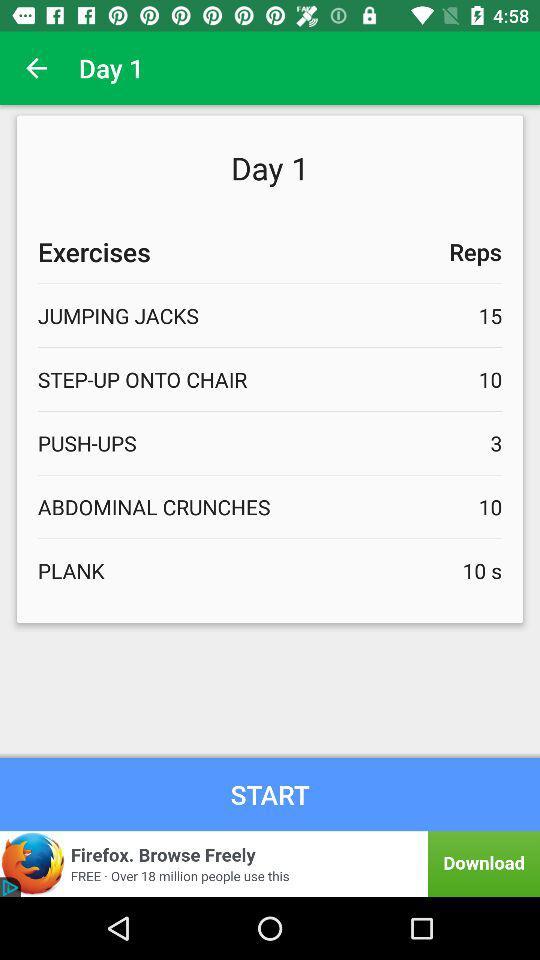 The width and height of the screenshot is (540, 960). Describe the element at coordinates (270, 505) in the screenshot. I see `abdominal crunches` at that location.